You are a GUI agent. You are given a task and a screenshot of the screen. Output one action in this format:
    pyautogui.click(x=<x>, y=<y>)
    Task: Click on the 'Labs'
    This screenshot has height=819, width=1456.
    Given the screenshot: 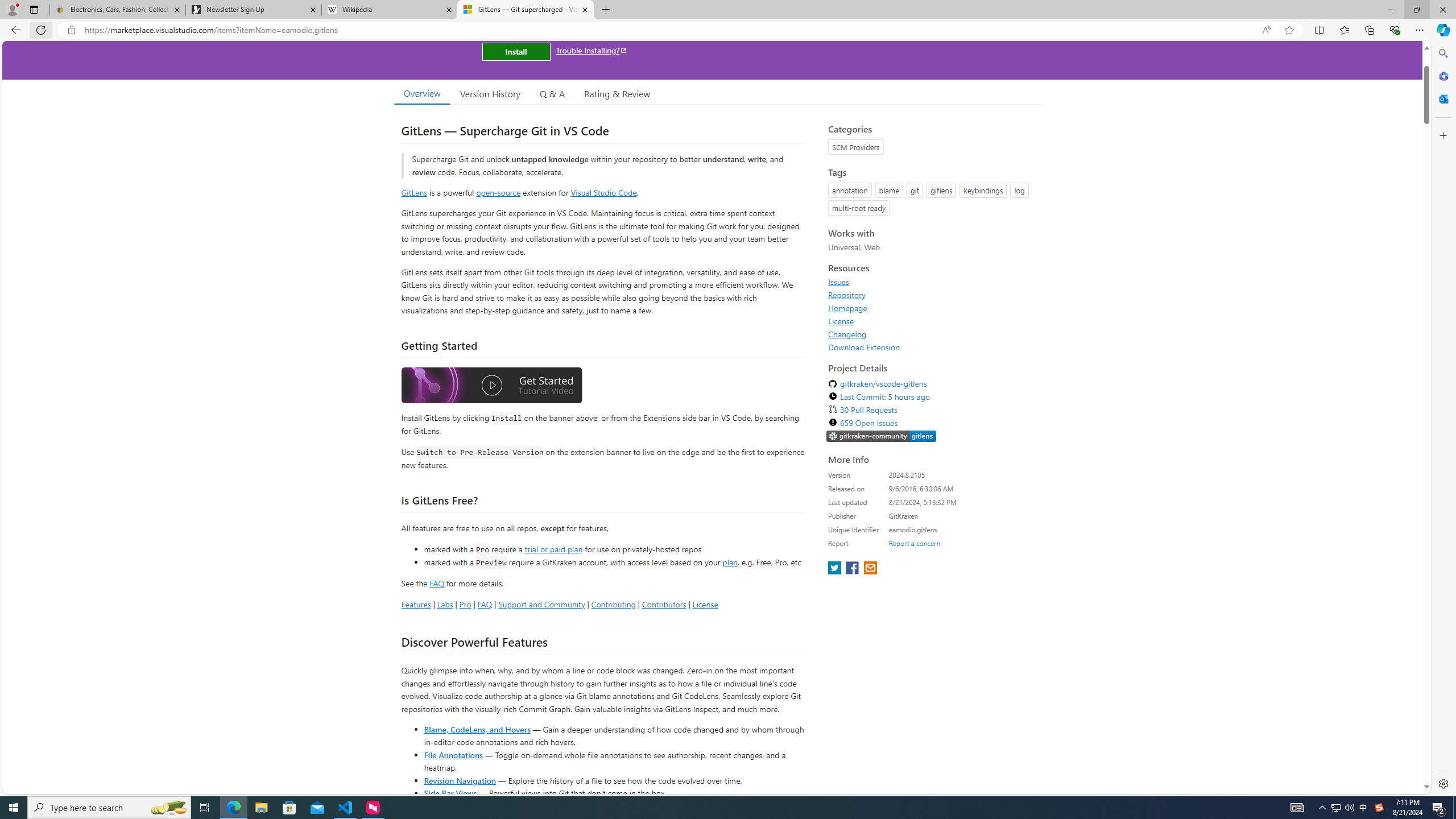 What is the action you would take?
    pyautogui.click(x=445, y=603)
    